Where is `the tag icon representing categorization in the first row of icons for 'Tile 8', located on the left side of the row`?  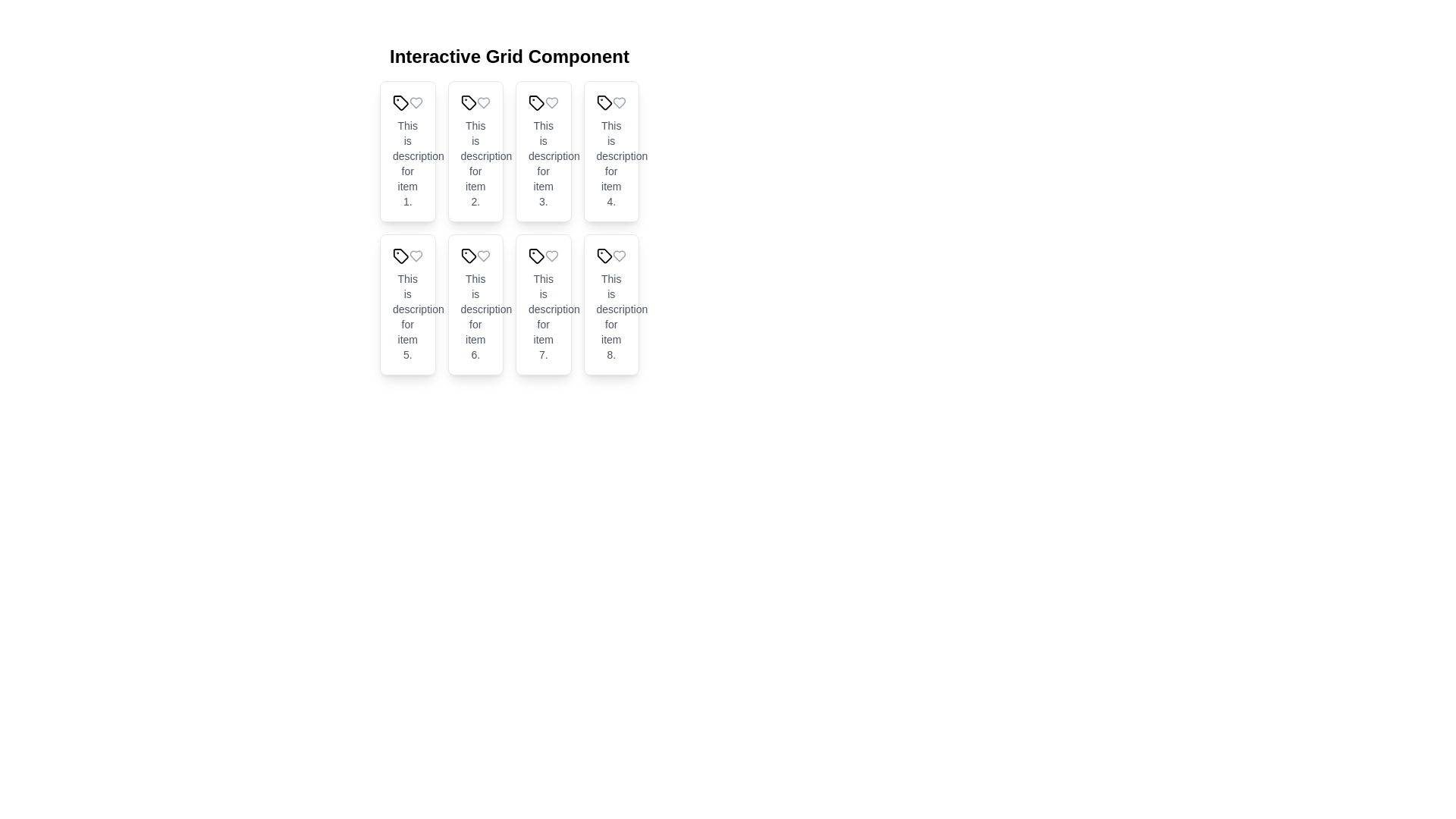
the tag icon representing categorization in the first row of icons for 'Tile 8', located on the left side of the row is located at coordinates (611, 256).